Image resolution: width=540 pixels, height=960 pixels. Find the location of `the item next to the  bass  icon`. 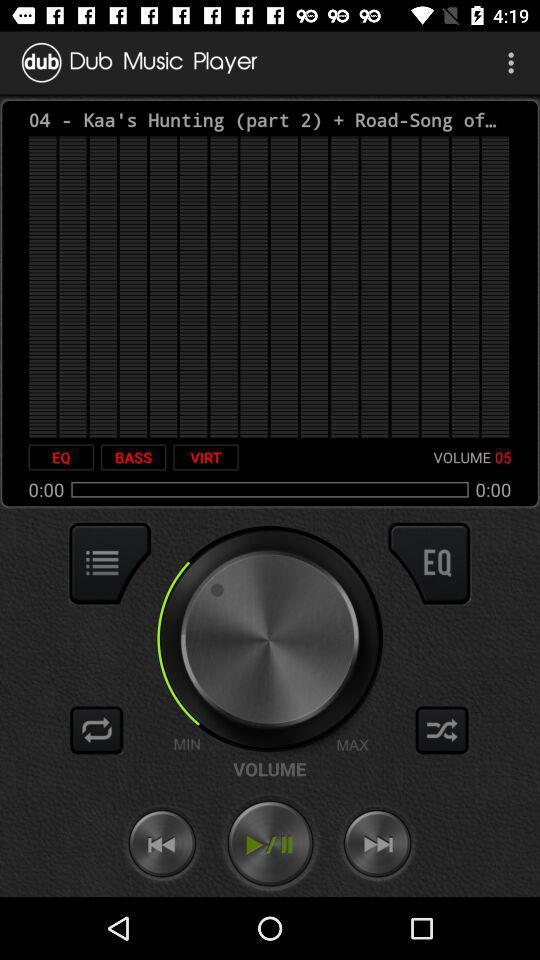

the item next to the  bass  icon is located at coordinates (205, 457).